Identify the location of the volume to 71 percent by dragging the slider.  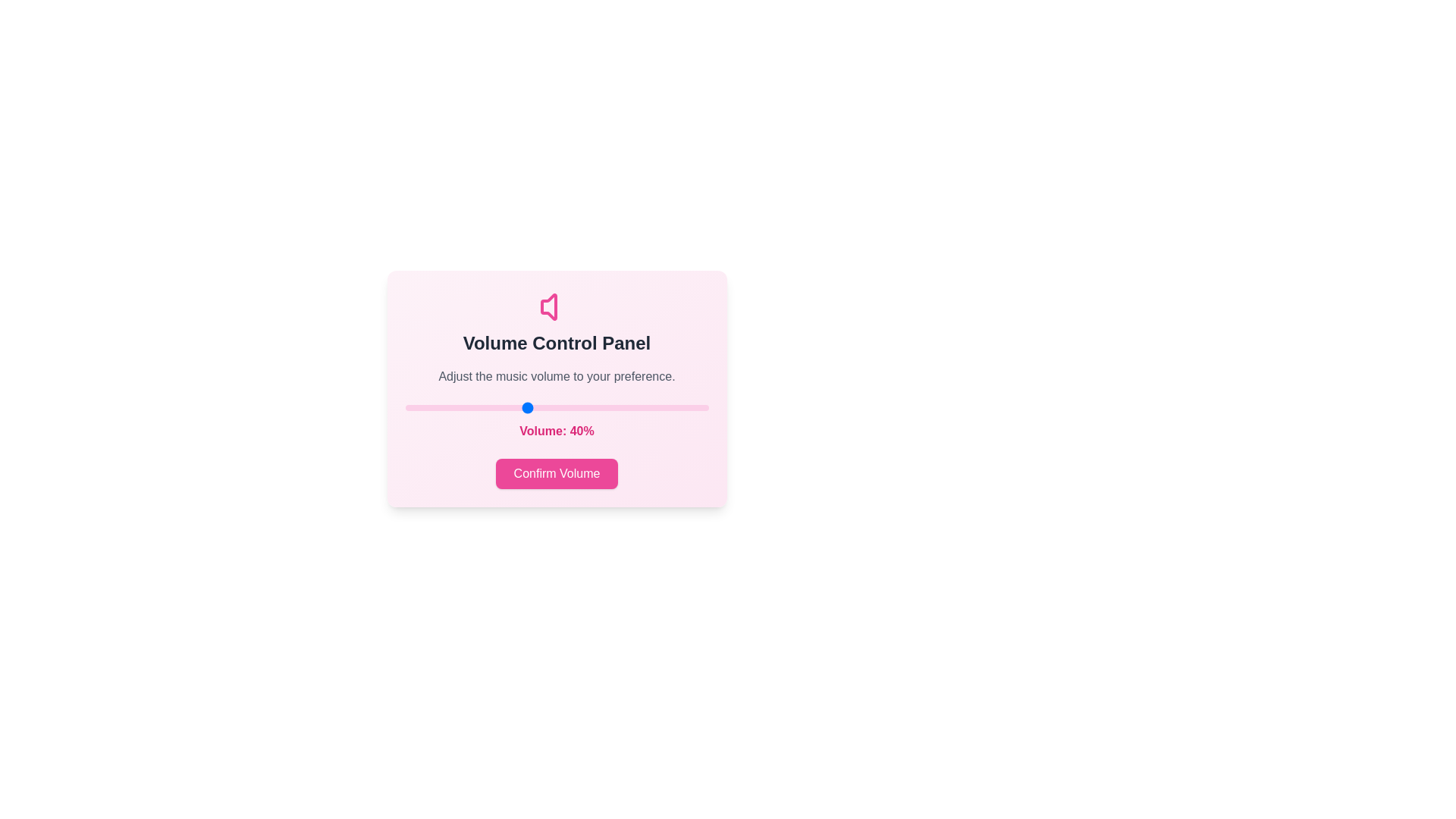
(620, 406).